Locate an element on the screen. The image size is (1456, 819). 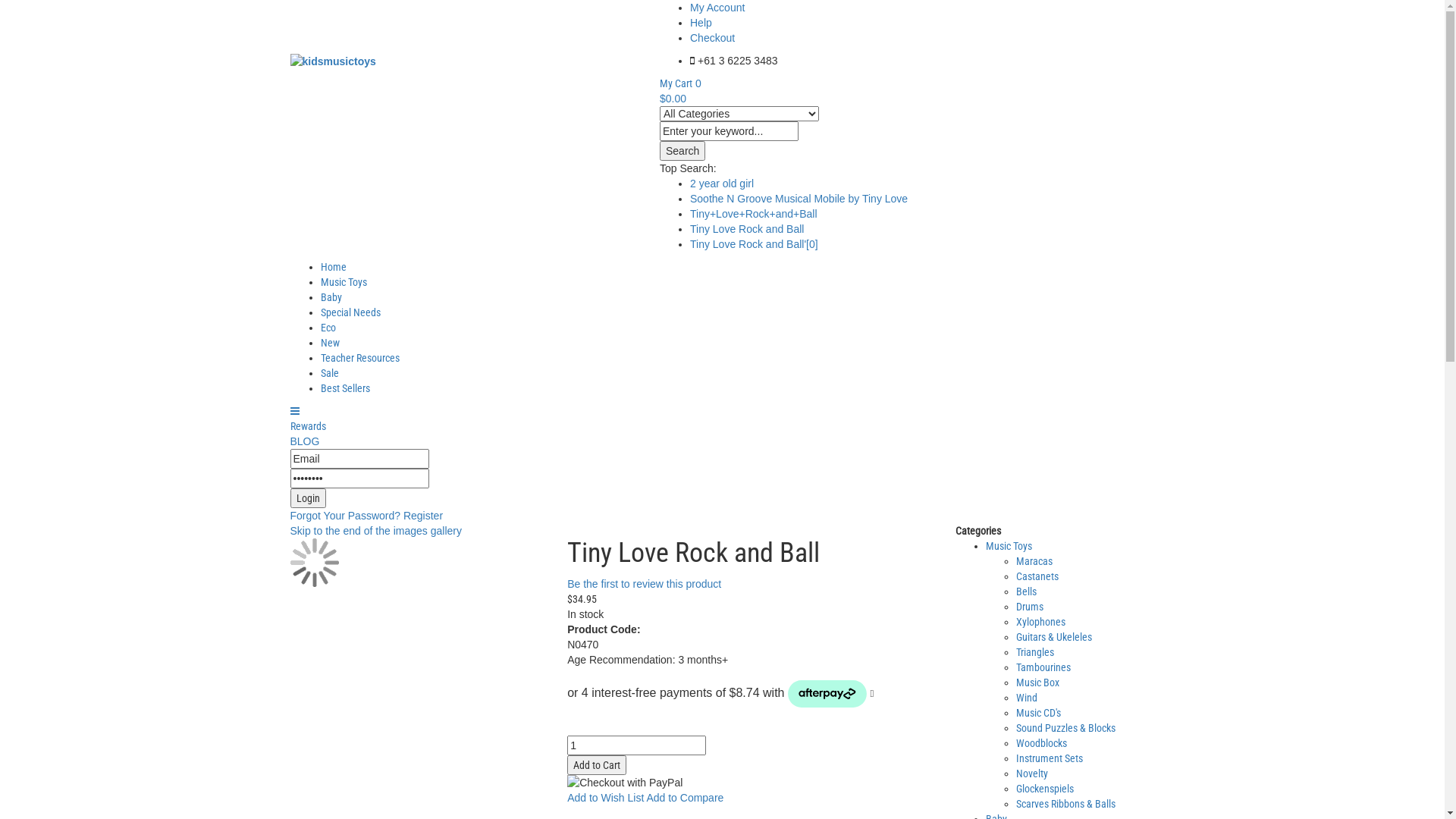
'Novelty' is located at coordinates (1031, 773).